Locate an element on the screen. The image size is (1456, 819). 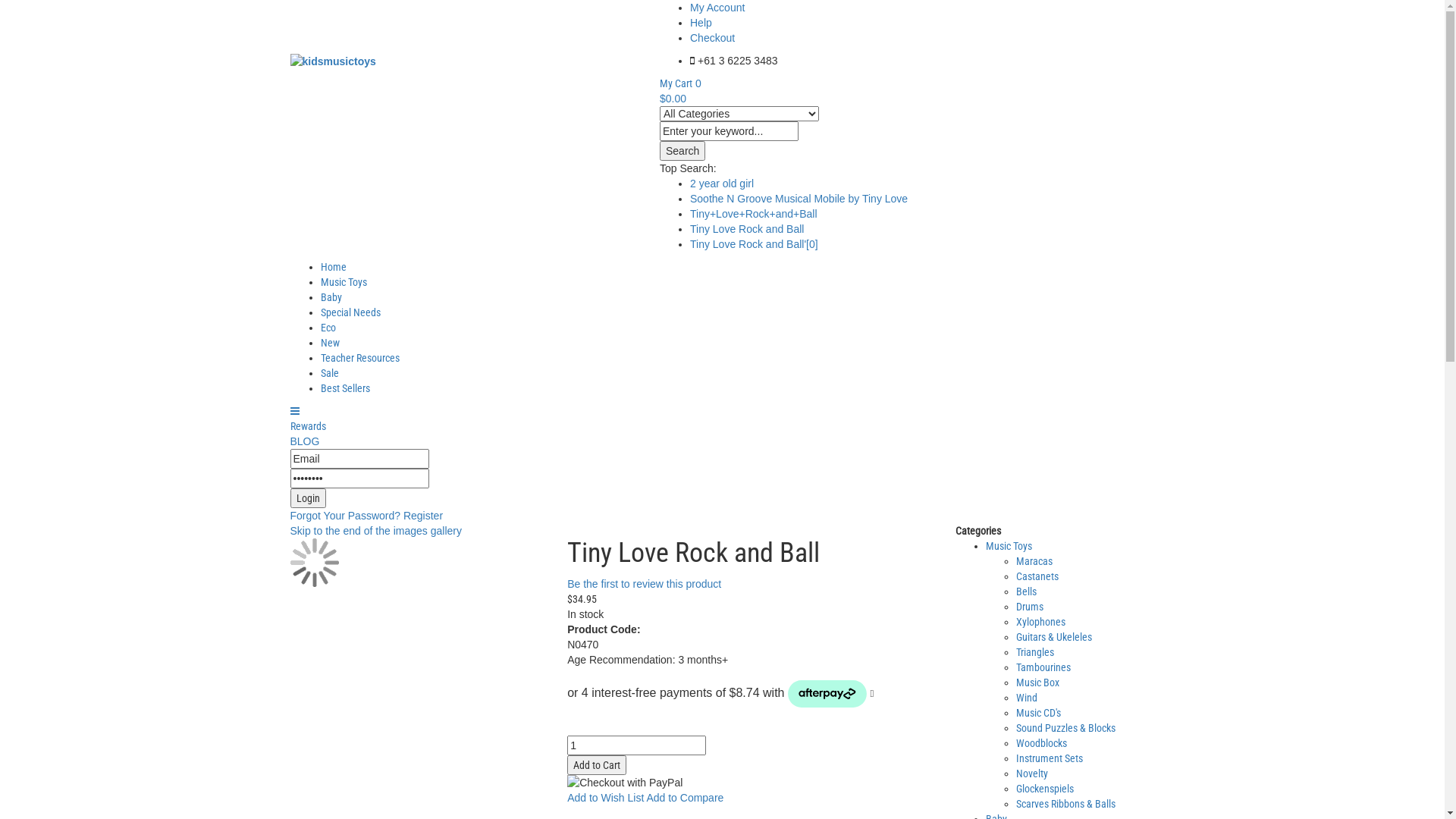
'Novelty' is located at coordinates (1031, 773).